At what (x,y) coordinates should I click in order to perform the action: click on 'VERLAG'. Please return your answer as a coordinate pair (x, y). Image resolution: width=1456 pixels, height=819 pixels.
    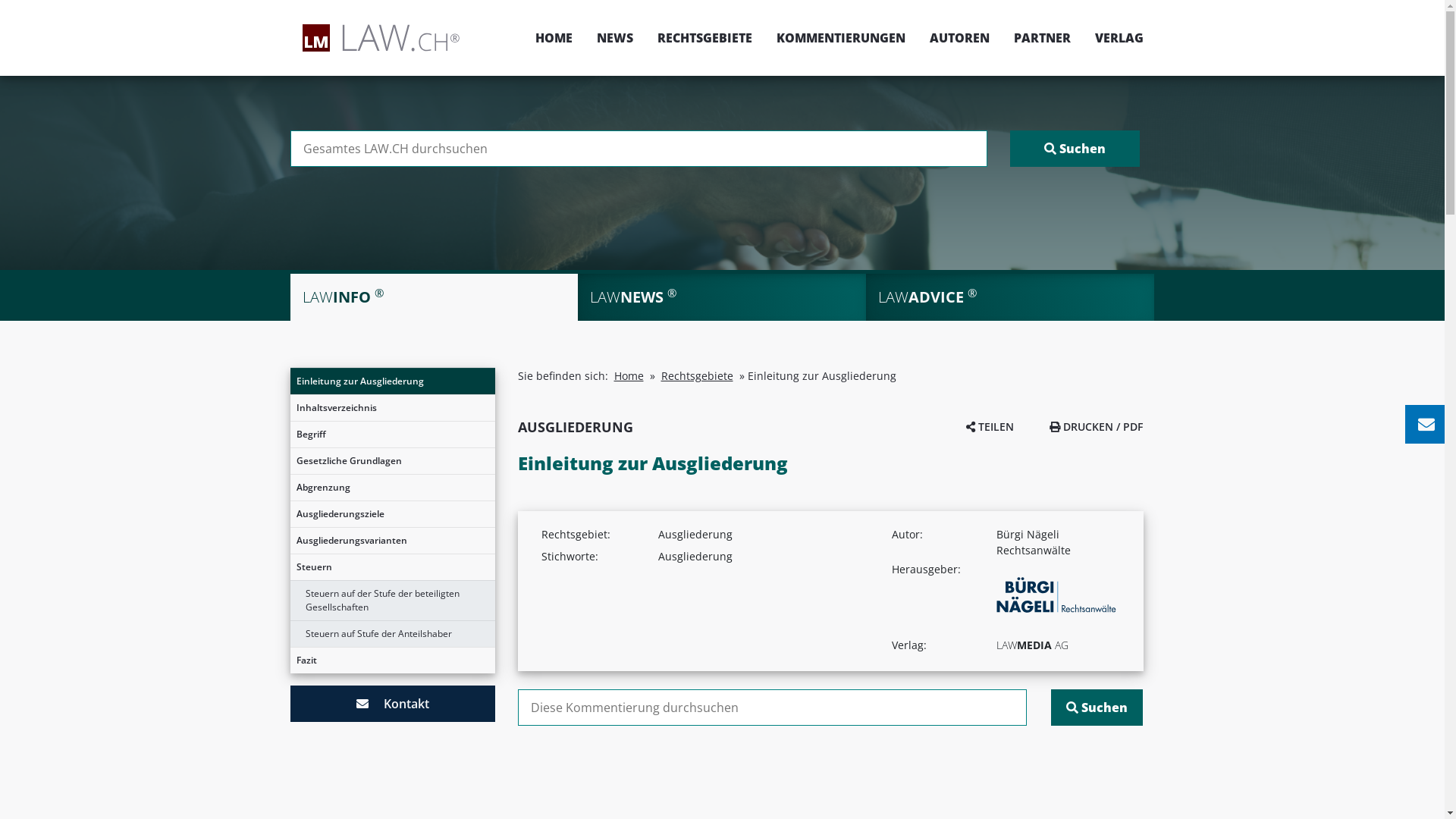
    Looking at the image, I should click on (1113, 37).